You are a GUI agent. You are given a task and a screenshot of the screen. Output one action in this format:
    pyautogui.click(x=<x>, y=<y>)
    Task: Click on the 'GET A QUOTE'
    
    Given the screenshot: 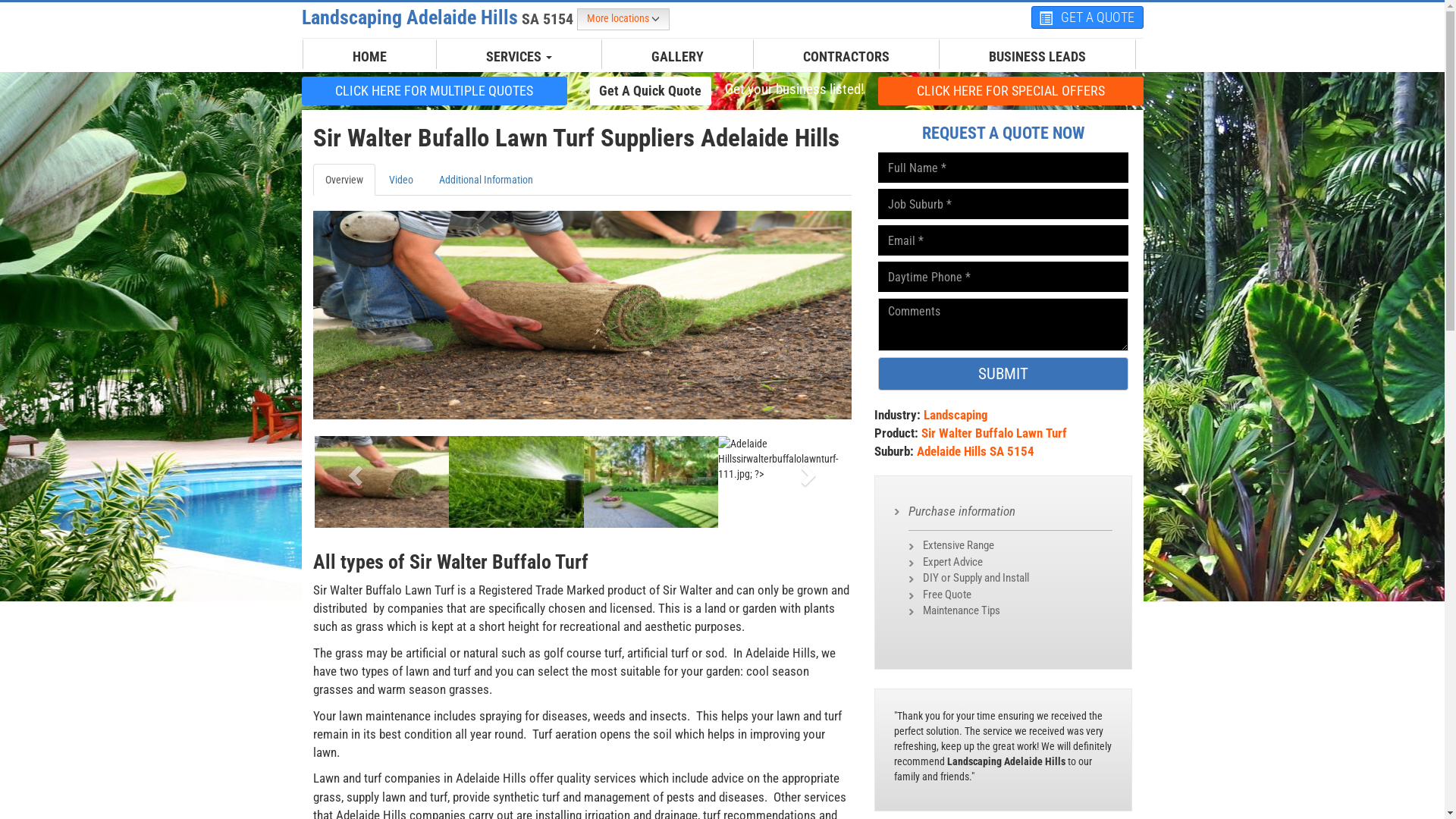 What is the action you would take?
    pyautogui.click(x=1087, y=17)
    